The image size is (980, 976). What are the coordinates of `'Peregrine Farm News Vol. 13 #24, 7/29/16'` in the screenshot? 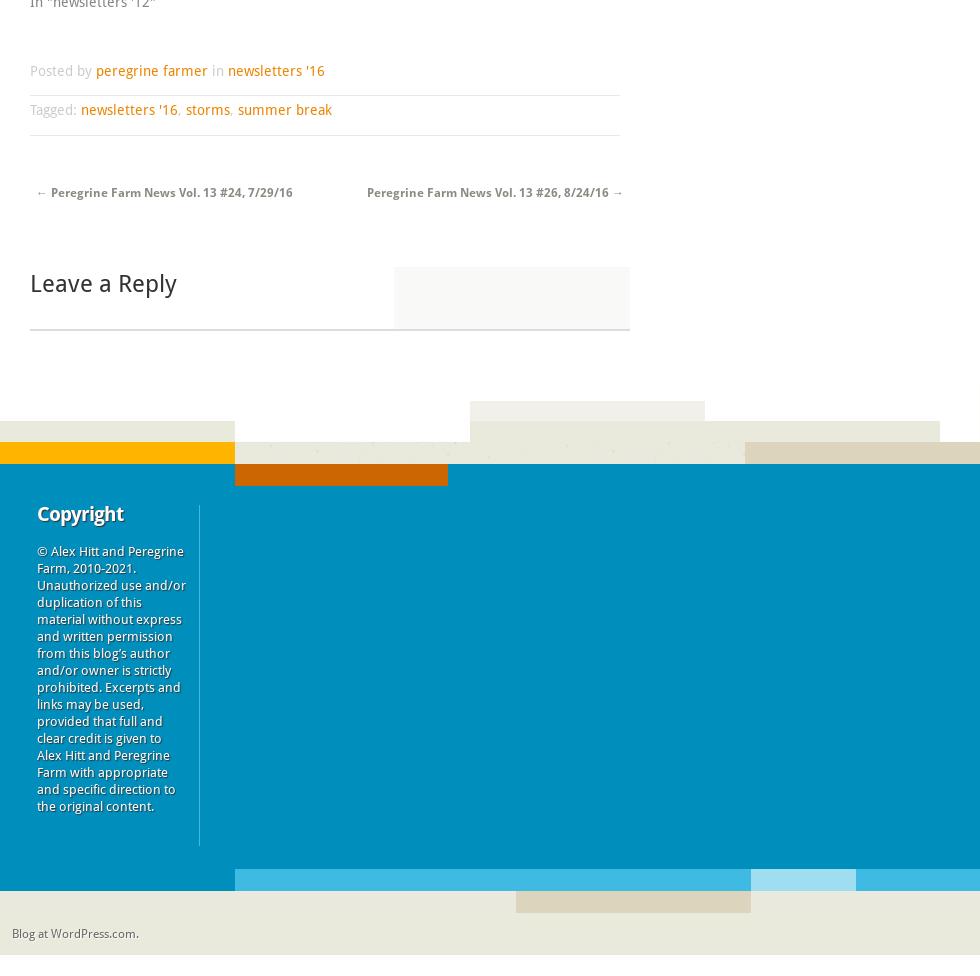 It's located at (170, 190).